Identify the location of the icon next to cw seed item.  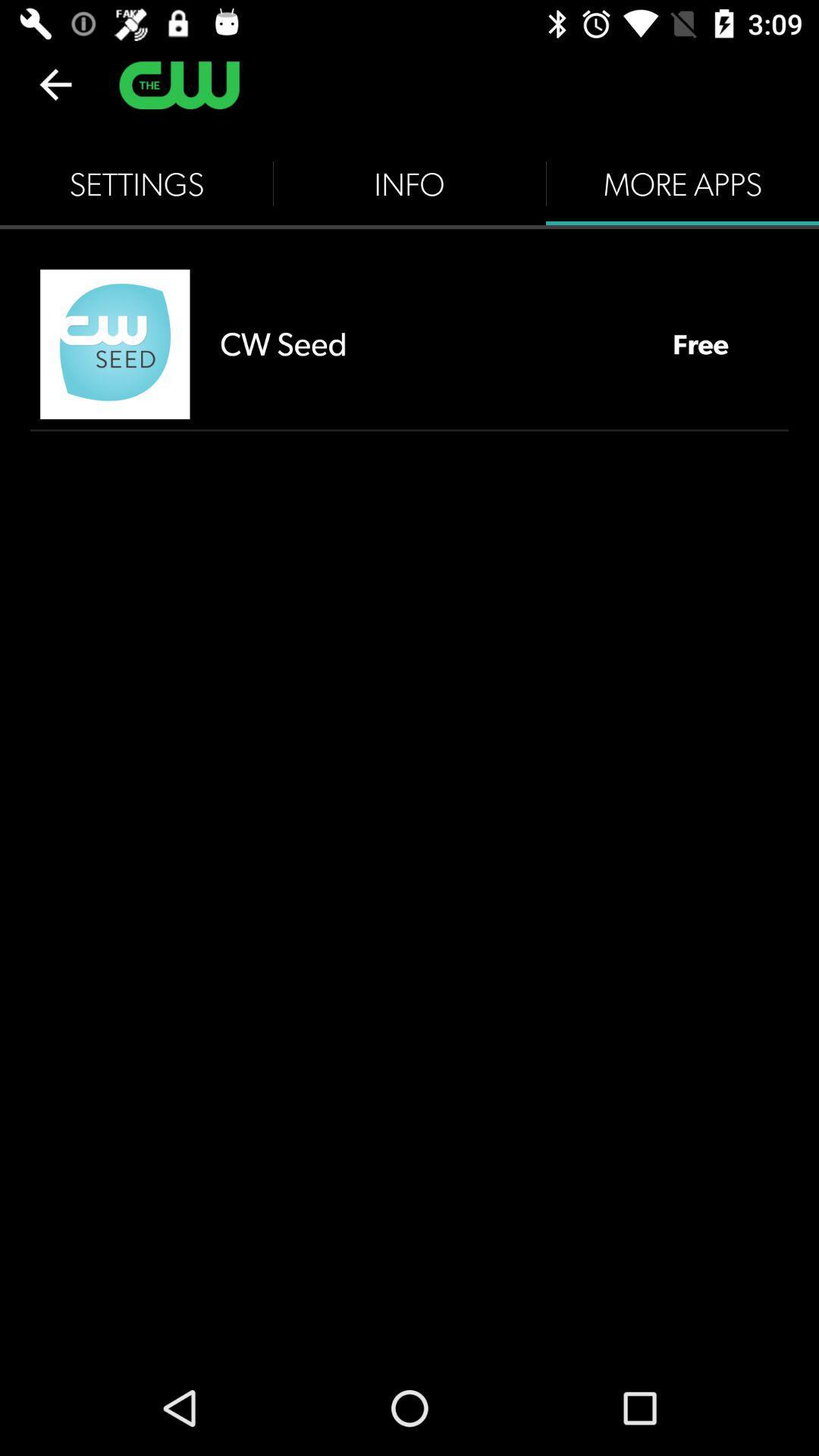
(114, 344).